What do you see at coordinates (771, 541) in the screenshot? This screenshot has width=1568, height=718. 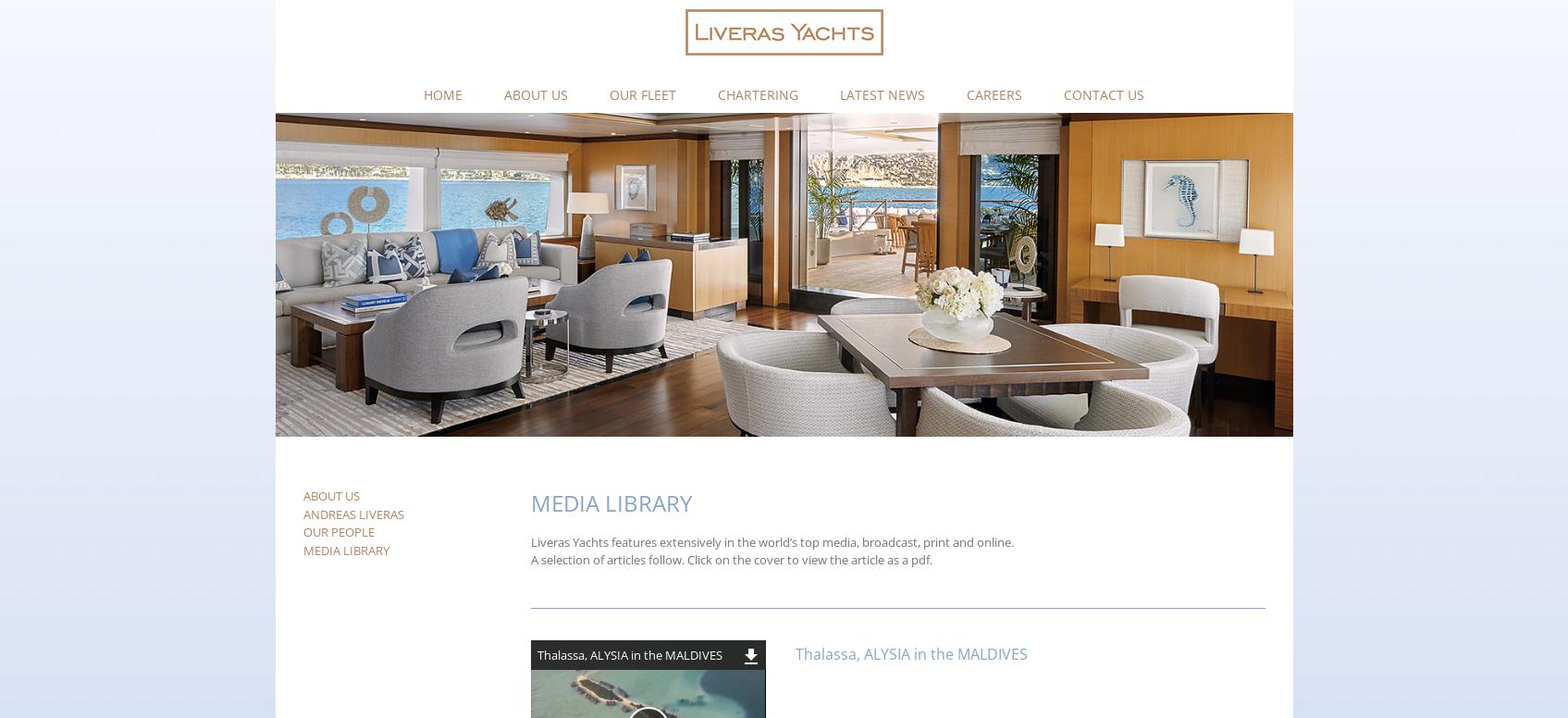 I see `'Liveras Yachts features extensively in the world’s top media, broadcast, print and online.'` at bounding box center [771, 541].